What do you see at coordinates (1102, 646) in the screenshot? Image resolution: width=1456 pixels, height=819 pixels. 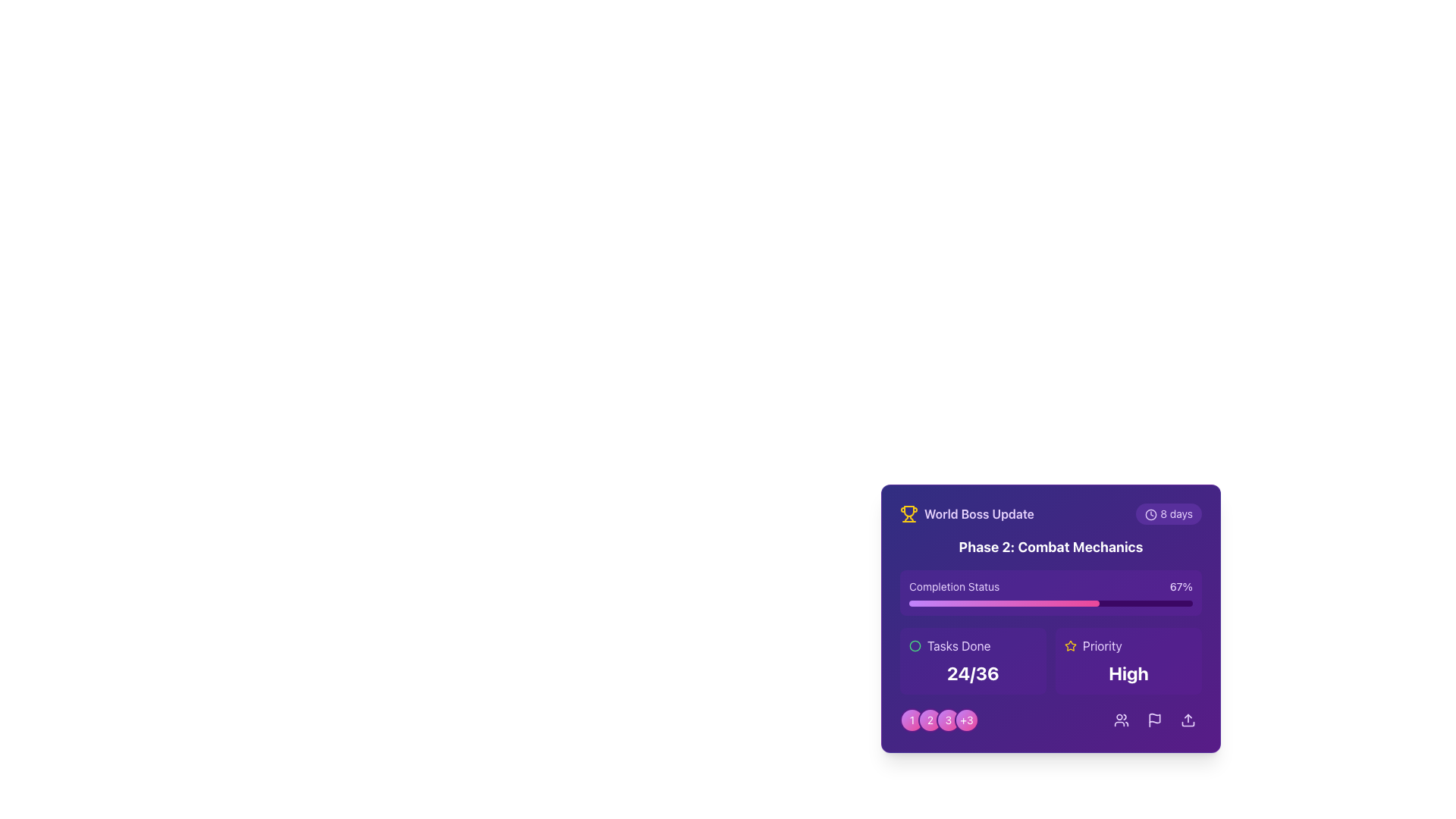 I see `the static text label displaying 'Priority' in purple, located at the lower portion of the card interface, adjacent to a yellow star icon` at bounding box center [1102, 646].